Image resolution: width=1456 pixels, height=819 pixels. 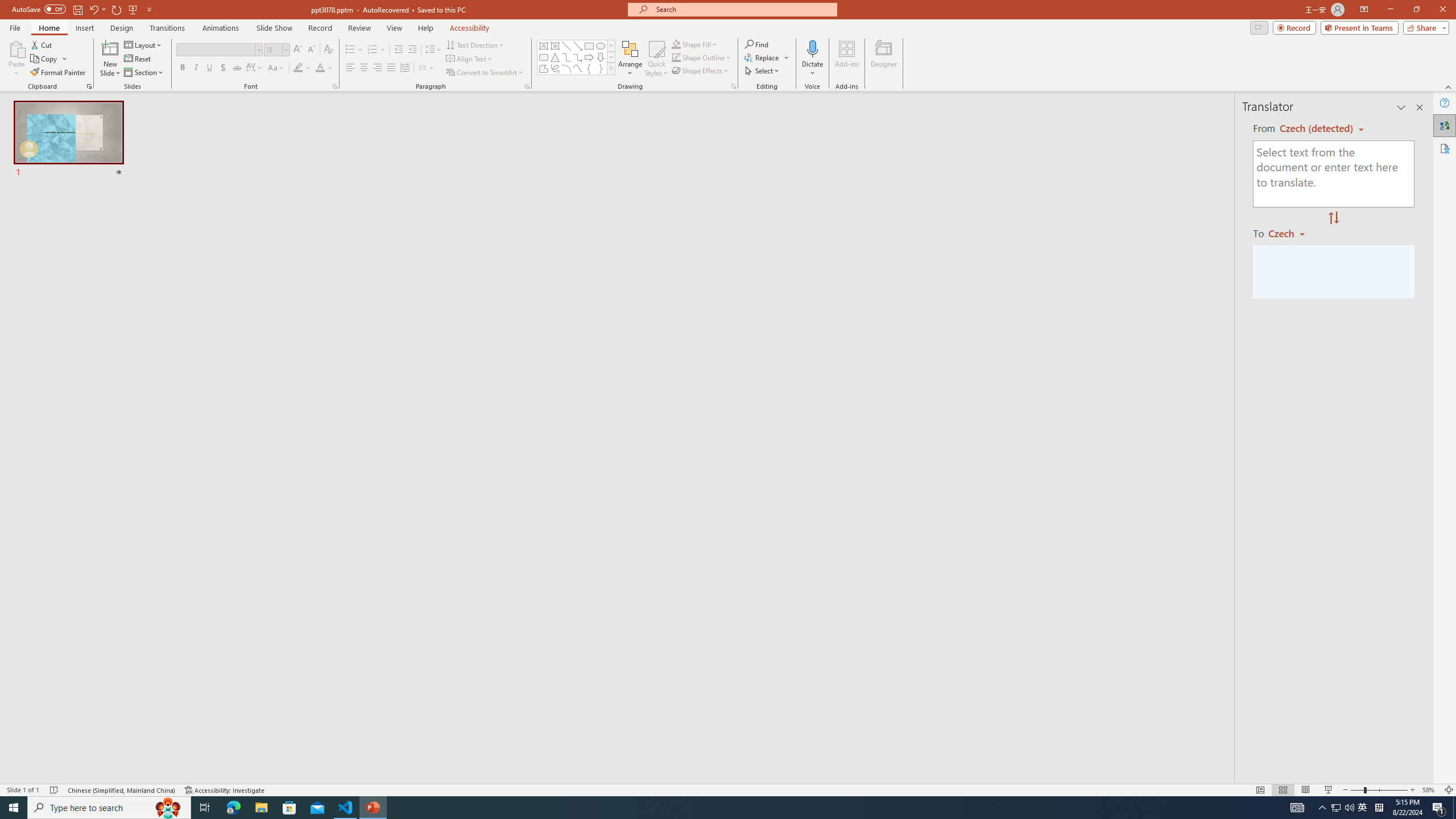 I want to click on 'Shape Outline', so click(x=701, y=56).